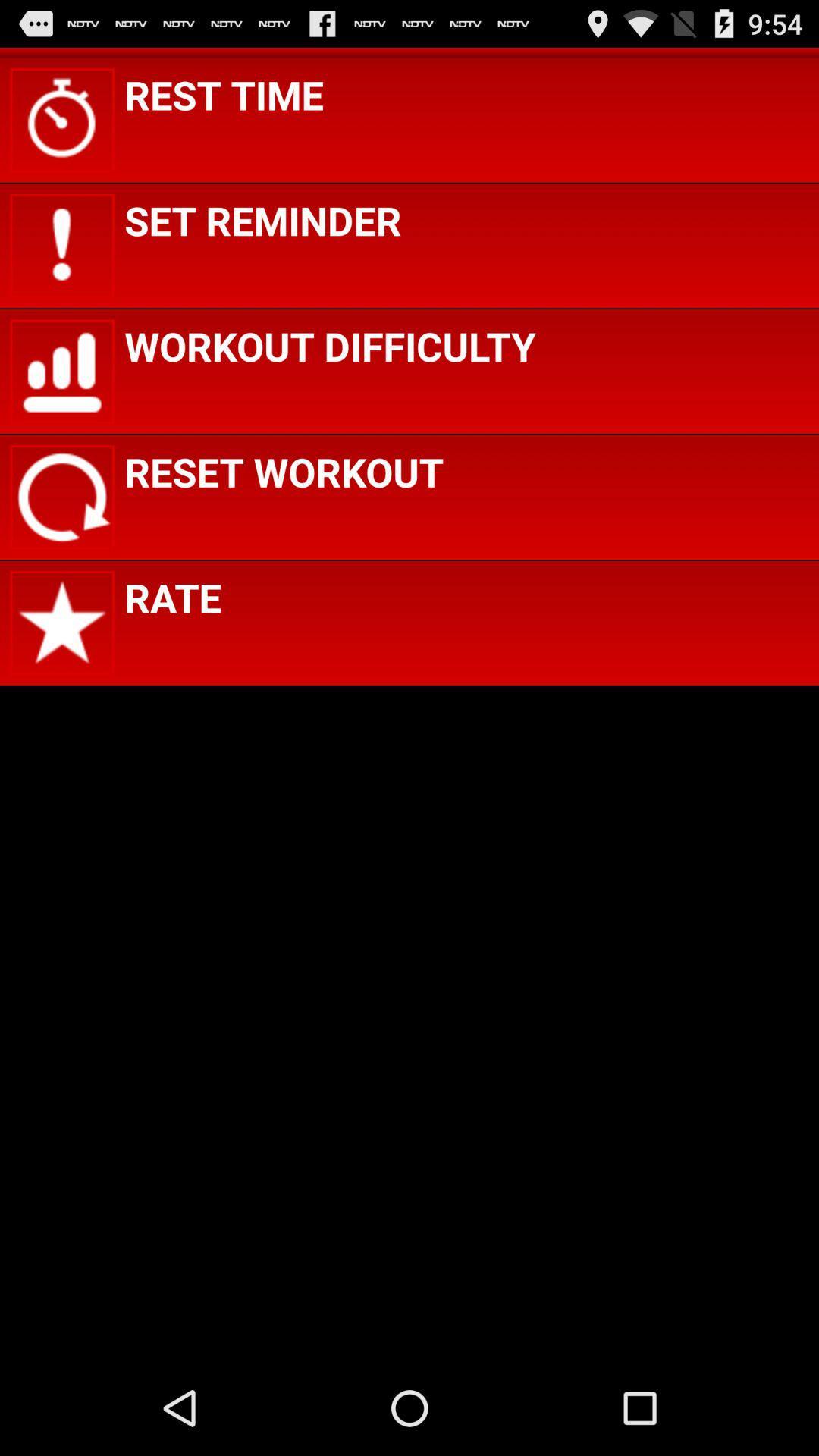  Describe the element at coordinates (284, 471) in the screenshot. I see `reset workout app` at that location.